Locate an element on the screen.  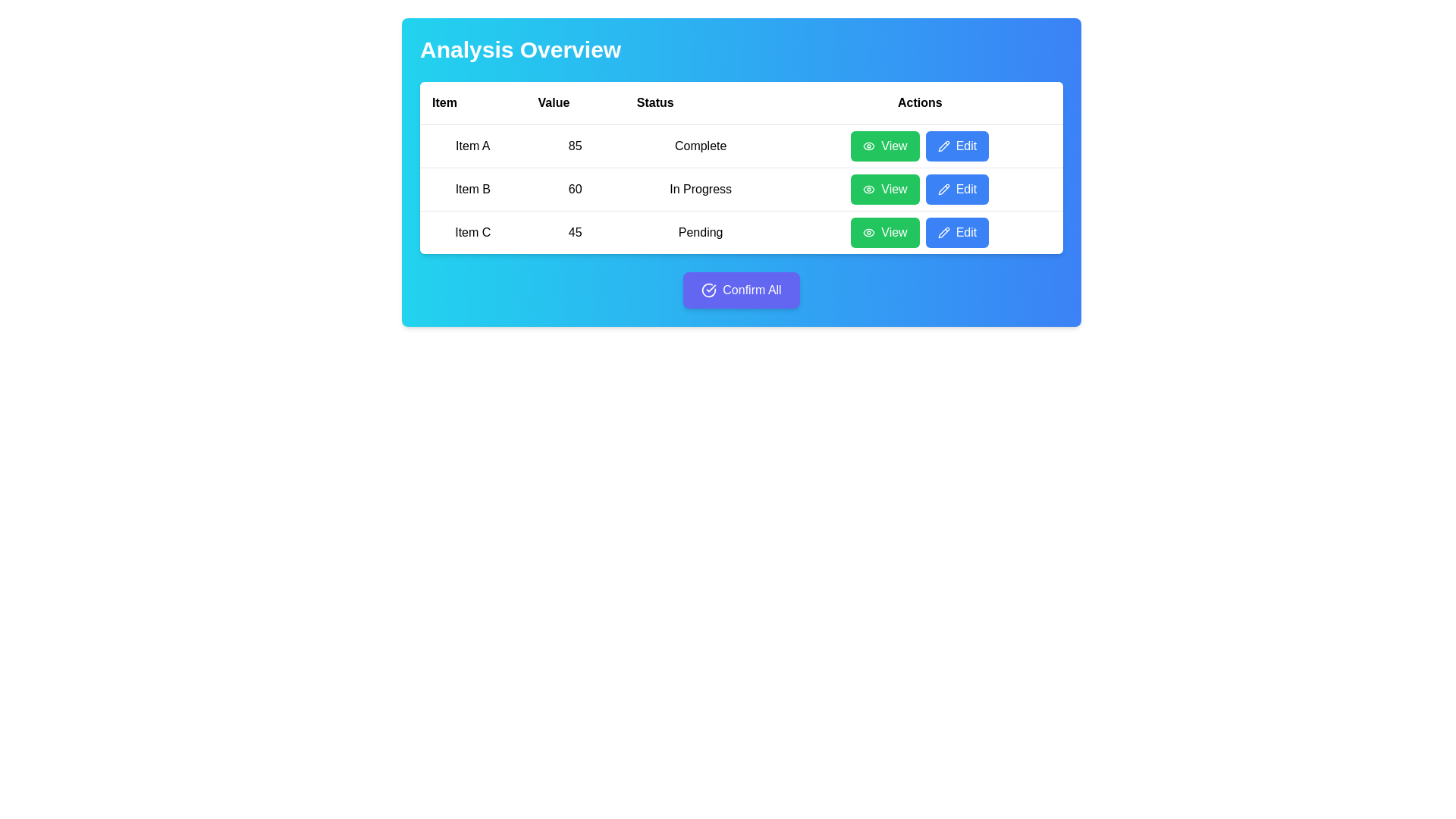
the blue 'Edit' button with the pencil icon in the 'Actions' column of the third row in the table is located at coordinates (956, 233).